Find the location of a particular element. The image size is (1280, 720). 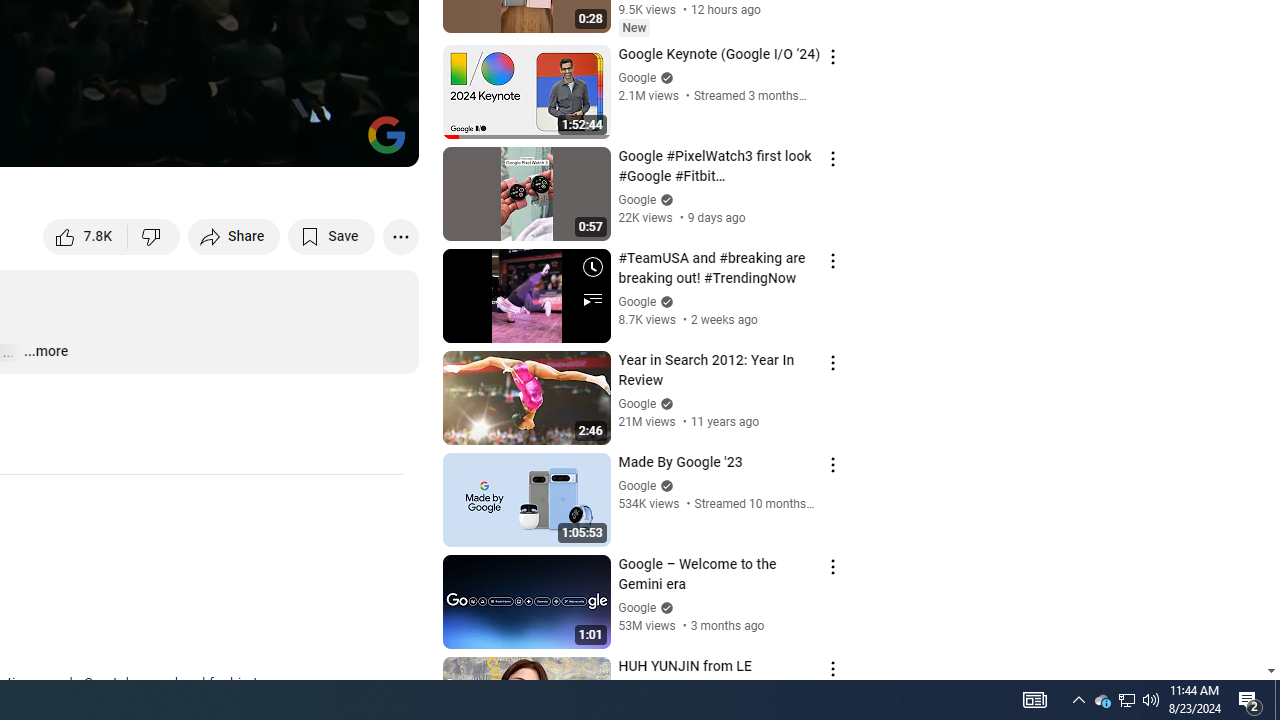

'Share' is located at coordinates (234, 235).